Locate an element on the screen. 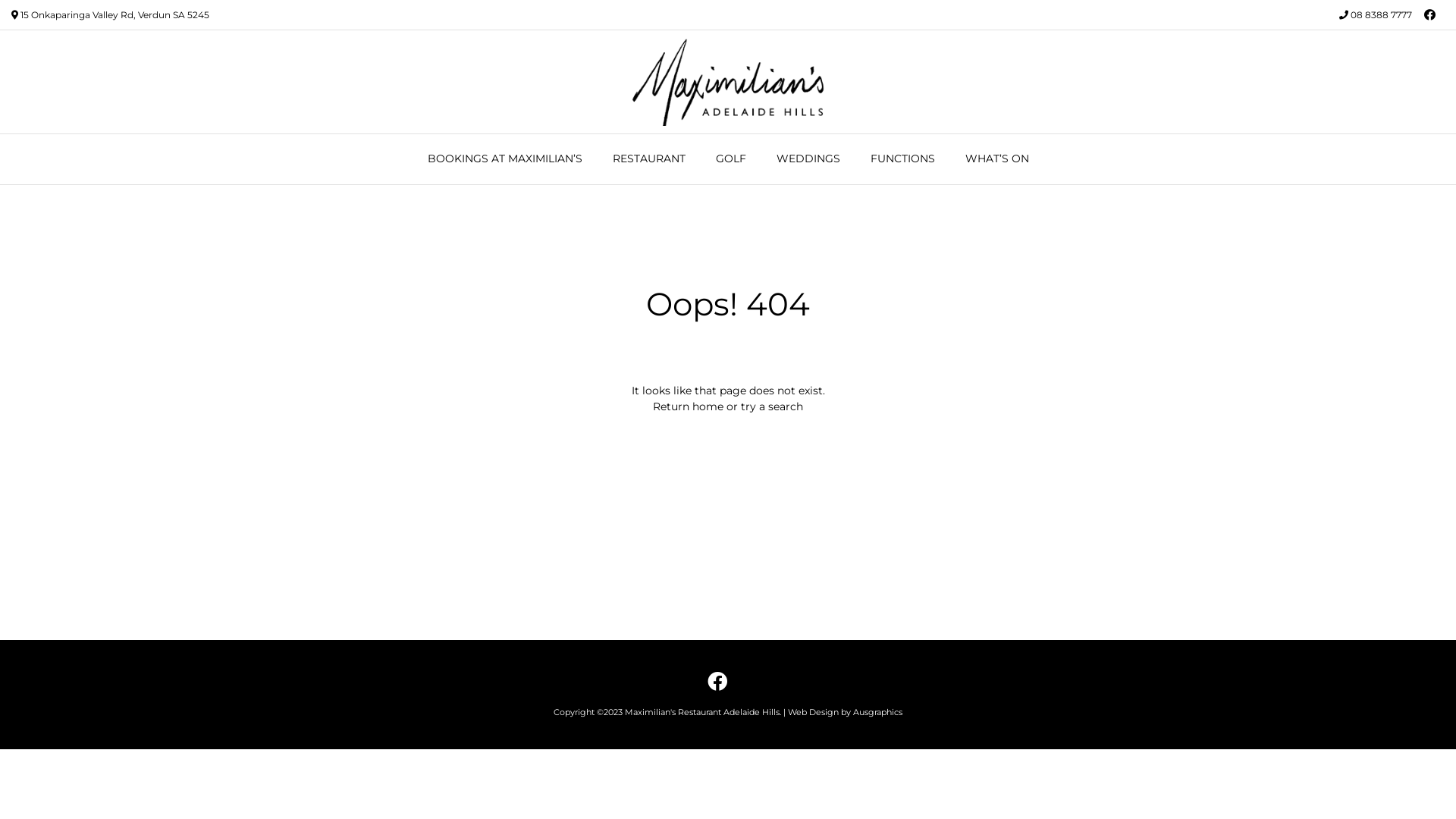  'RESTAURANT' is located at coordinates (596, 158).